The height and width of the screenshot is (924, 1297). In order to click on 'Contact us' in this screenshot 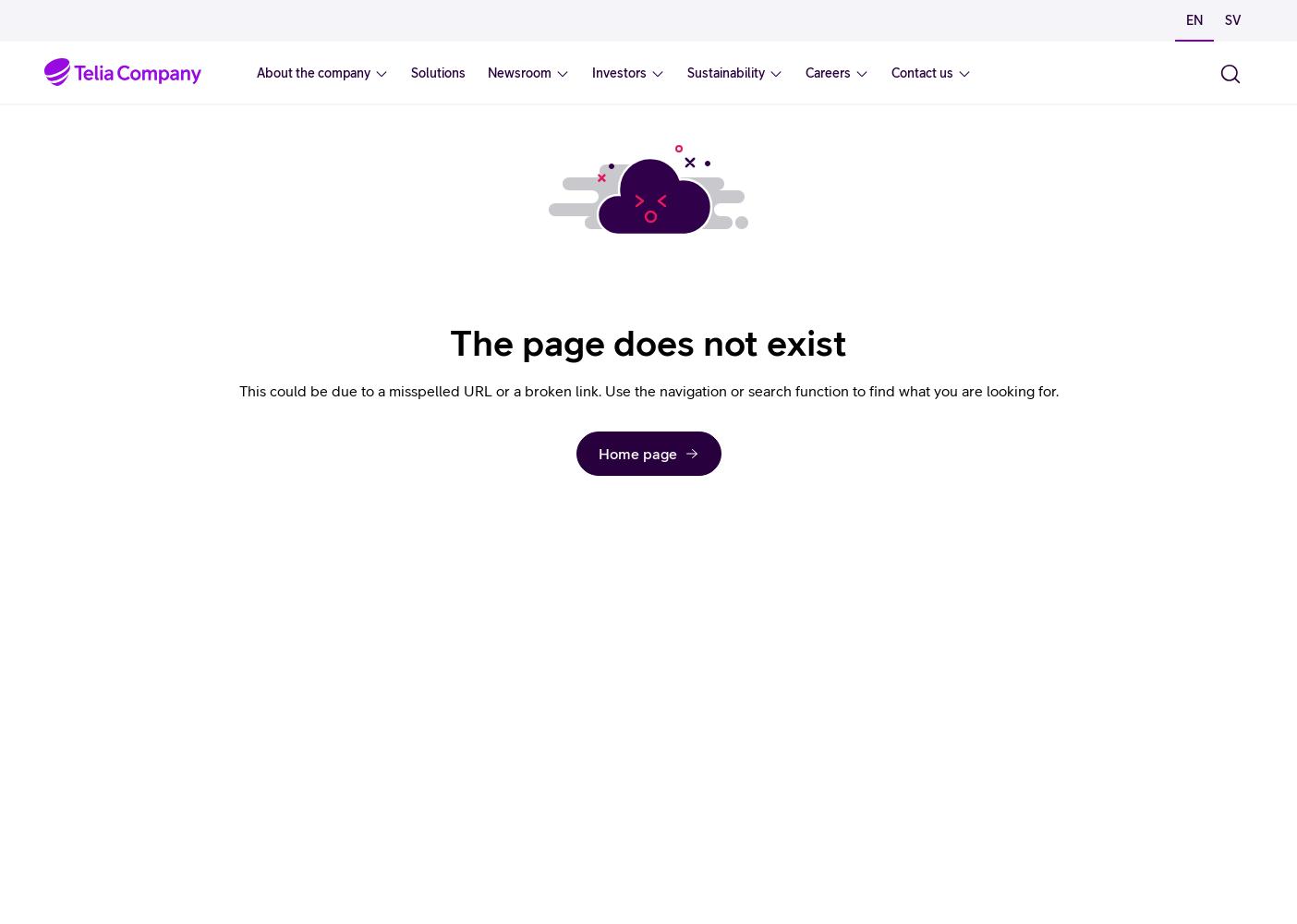, I will do `click(922, 72)`.